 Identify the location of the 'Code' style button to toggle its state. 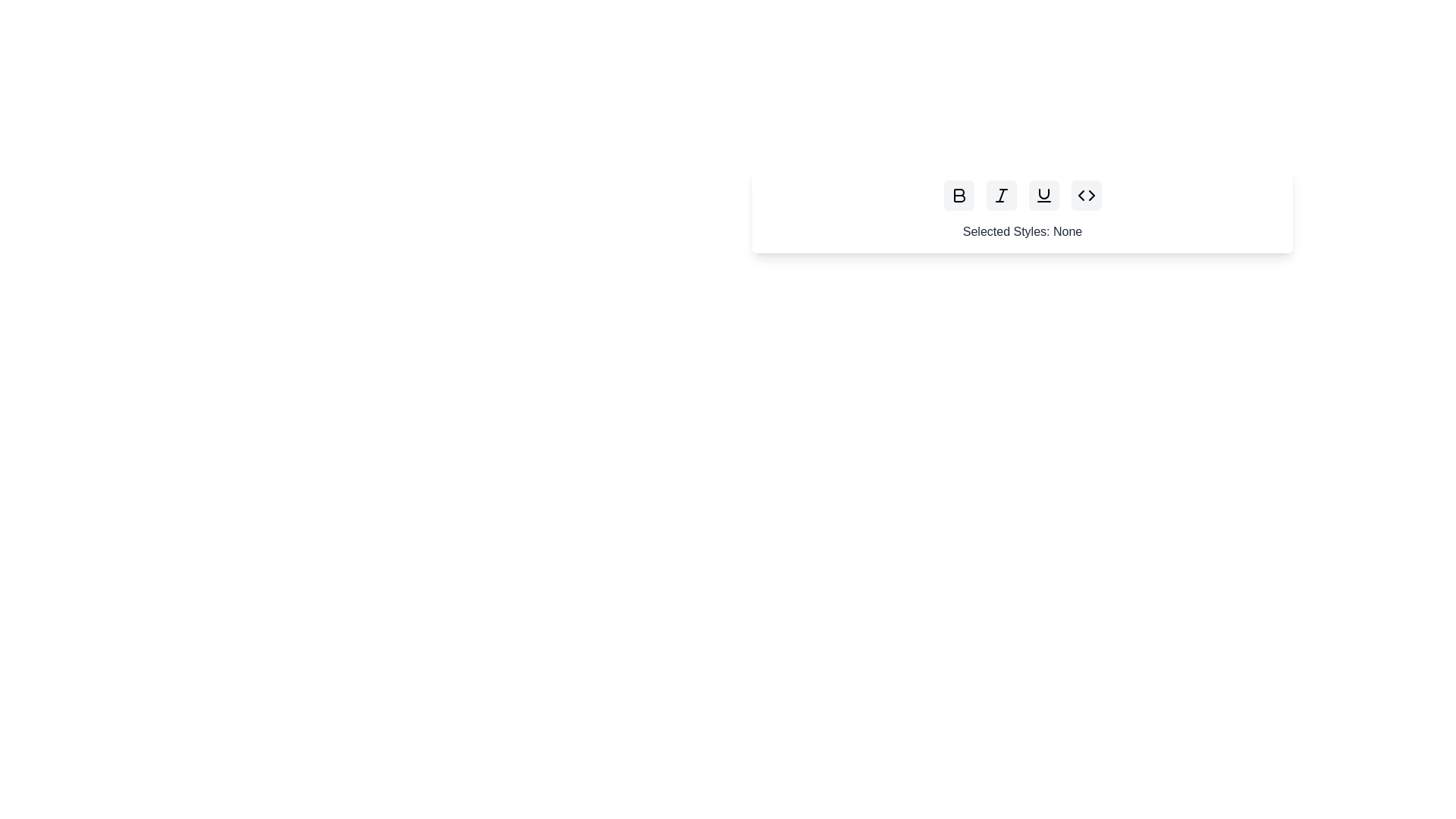
(1085, 195).